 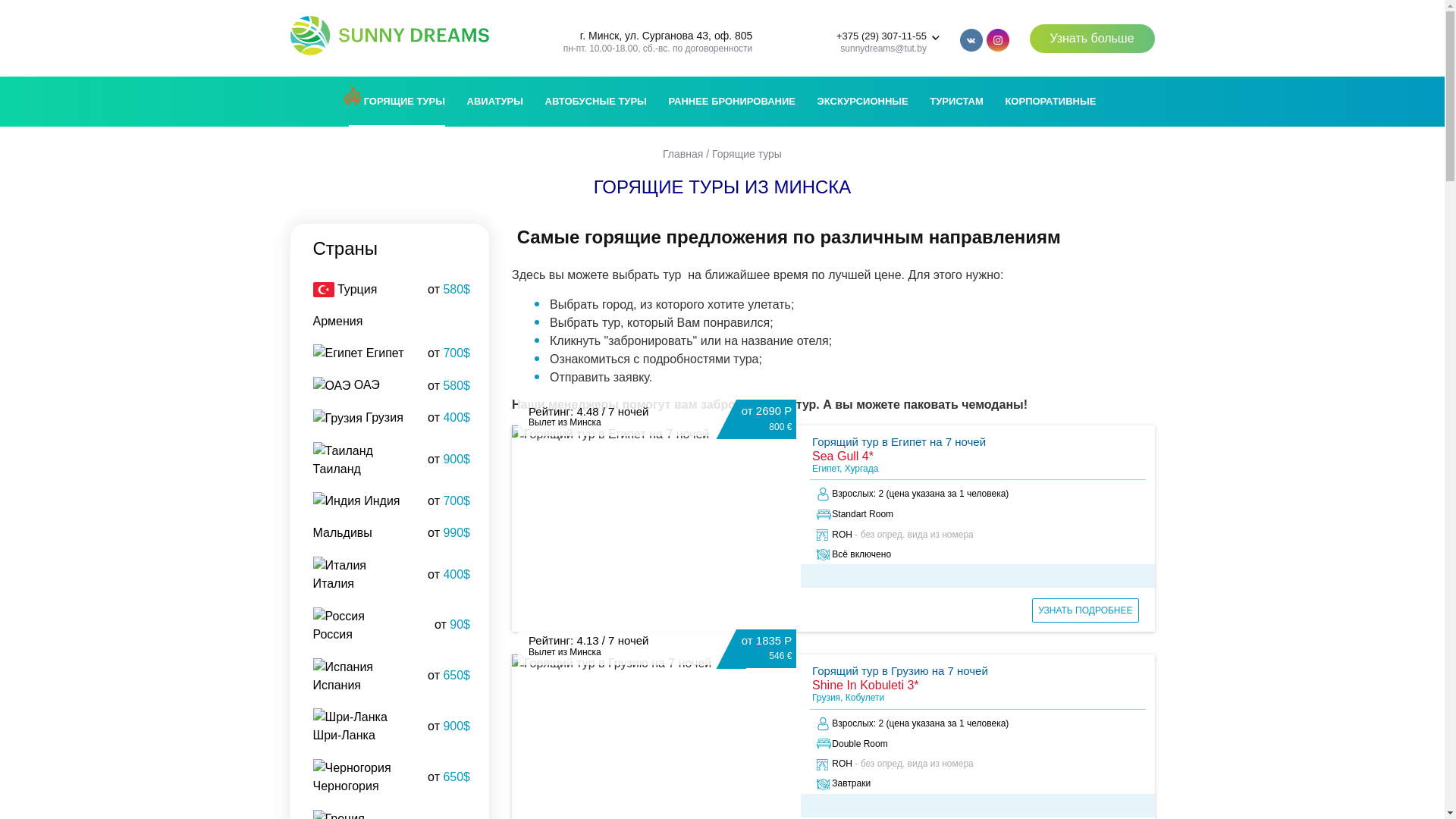 What do you see at coordinates (883, 48) in the screenshot?
I see `'sunnydreams@tut.by'` at bounding box center [883, 48].